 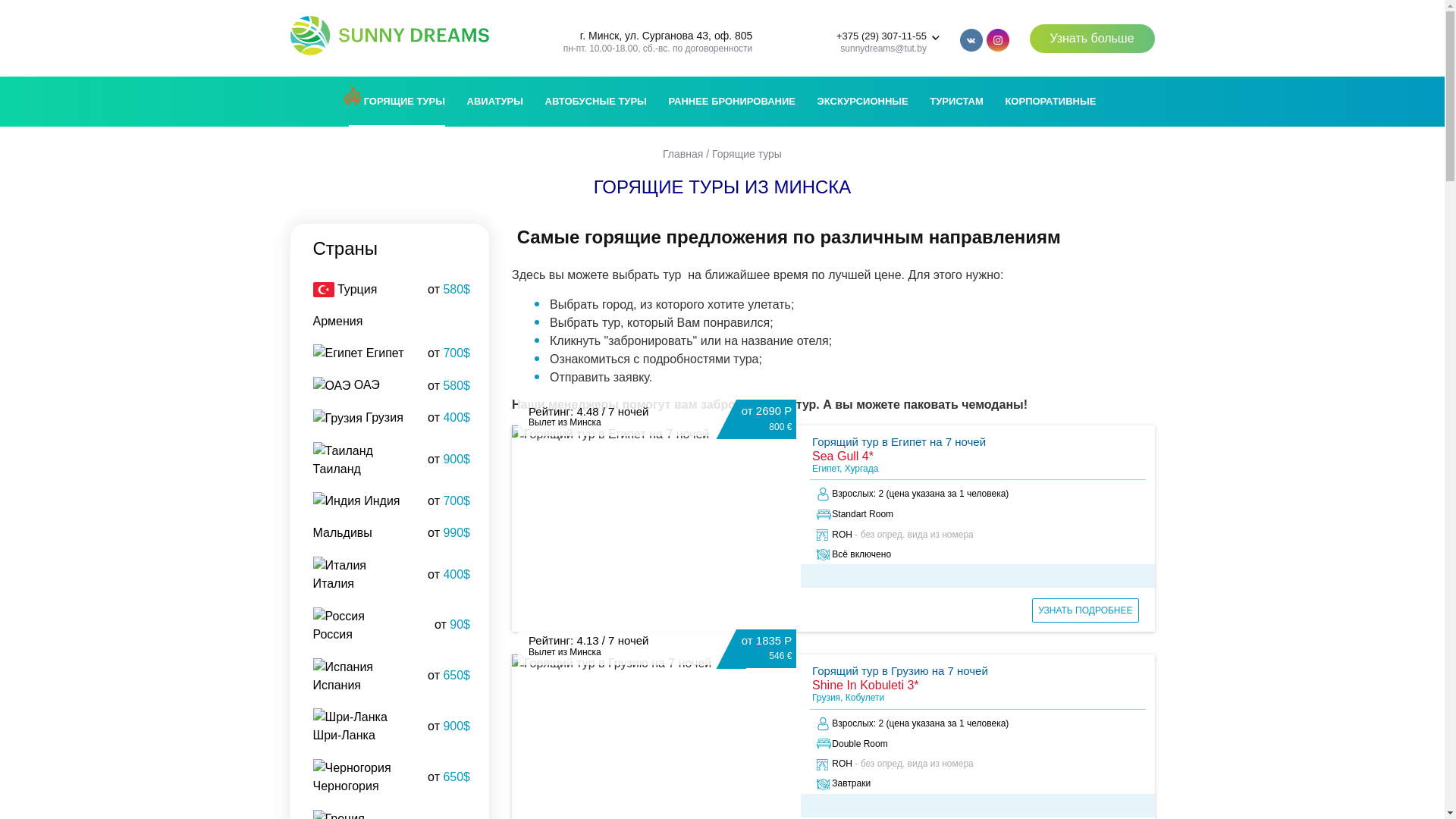 What do you see at coordinates (883, 48) in the screenshot?
I see `'sunnydreams@tut.by'` at bounding box center [883, 48].